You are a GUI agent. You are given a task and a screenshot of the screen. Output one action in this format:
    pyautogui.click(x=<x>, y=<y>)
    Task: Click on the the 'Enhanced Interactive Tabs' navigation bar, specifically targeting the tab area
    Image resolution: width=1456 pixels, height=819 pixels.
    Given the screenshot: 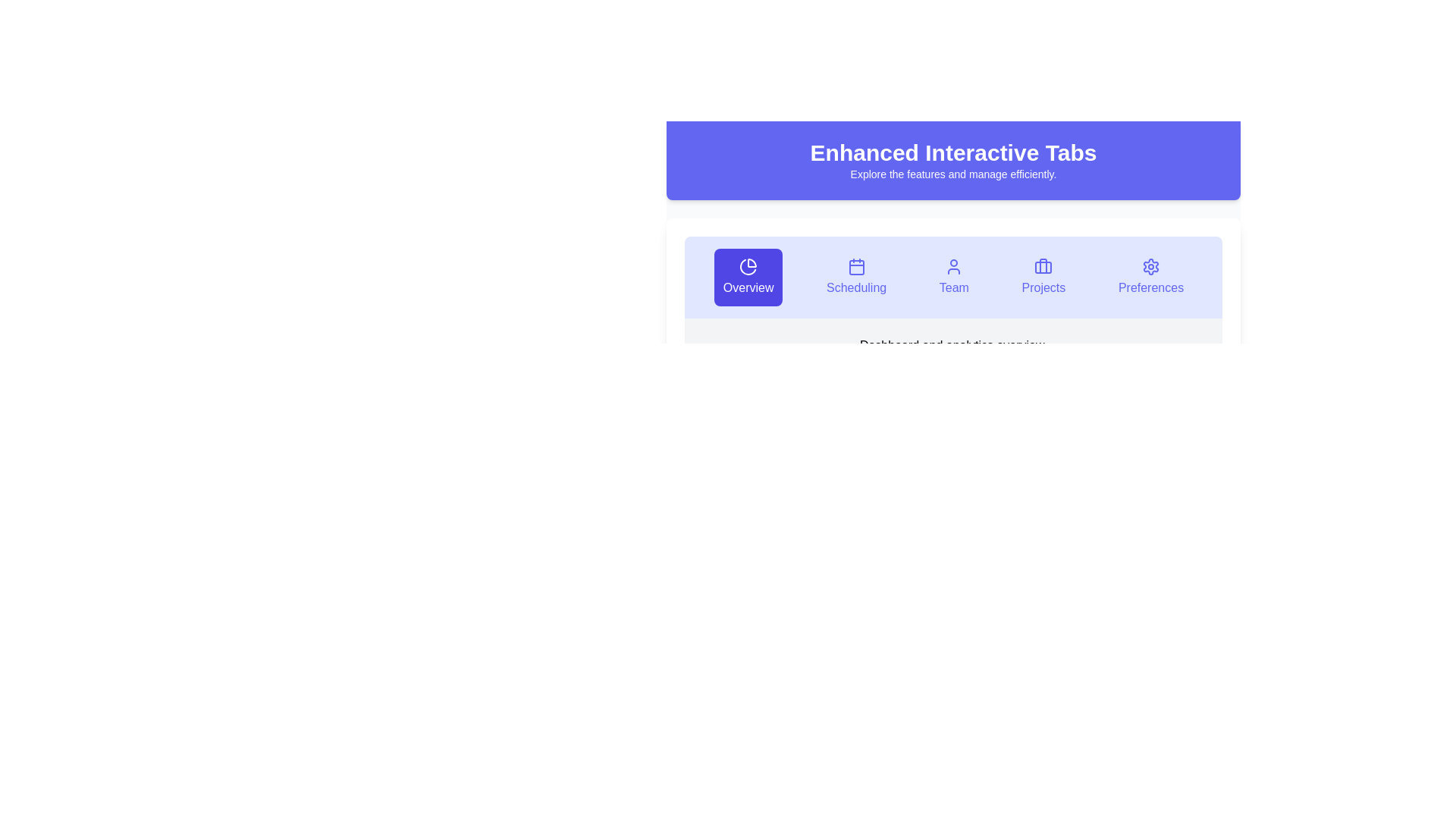 What is the action you would take?
    pyautogui.click(x=952, y=223)
    